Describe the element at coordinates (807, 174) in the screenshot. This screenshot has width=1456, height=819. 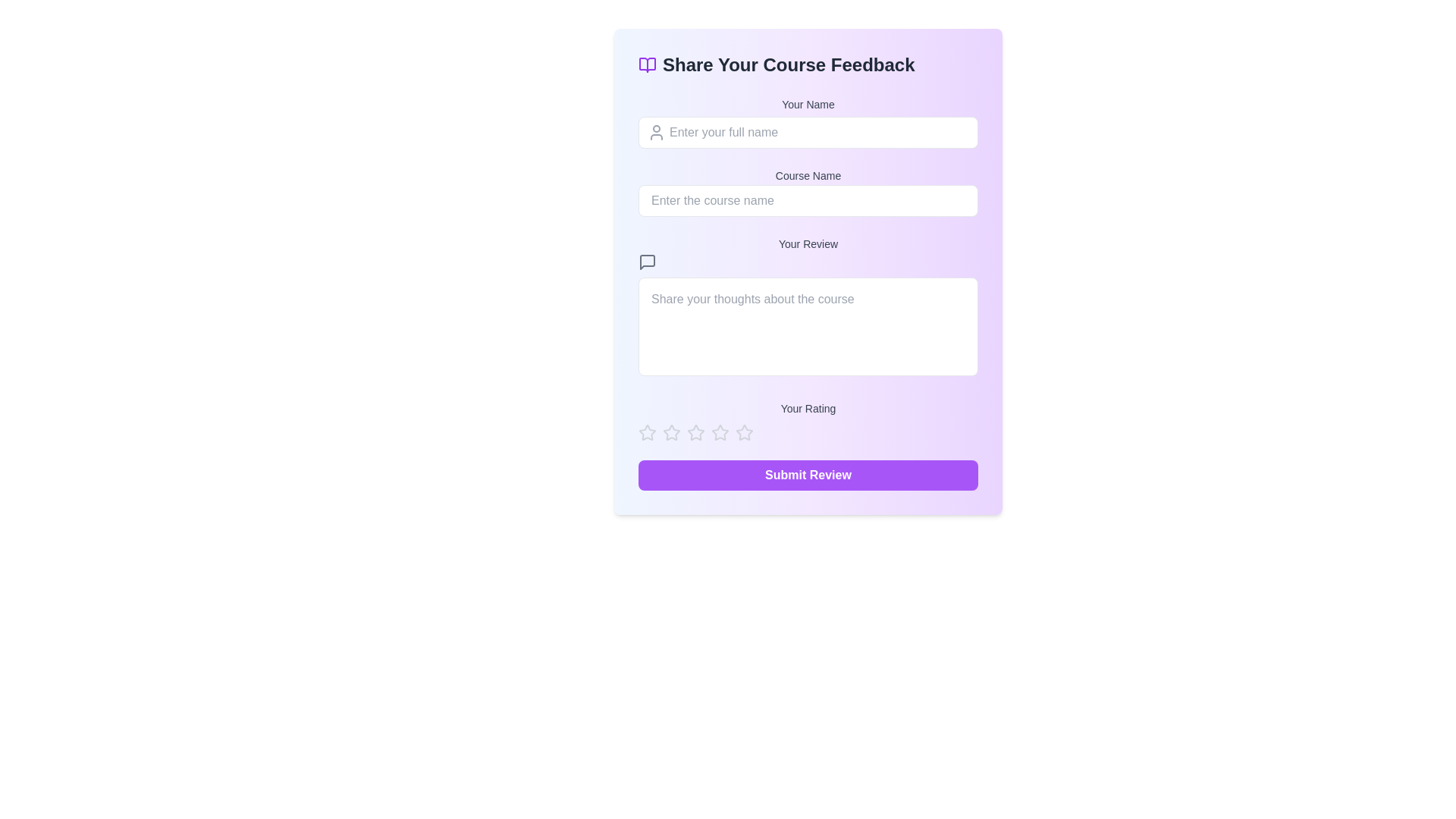
I see `the descriptive label for the course input field located above the text input field in the 'Share Your Course Feedback' form` at that location.